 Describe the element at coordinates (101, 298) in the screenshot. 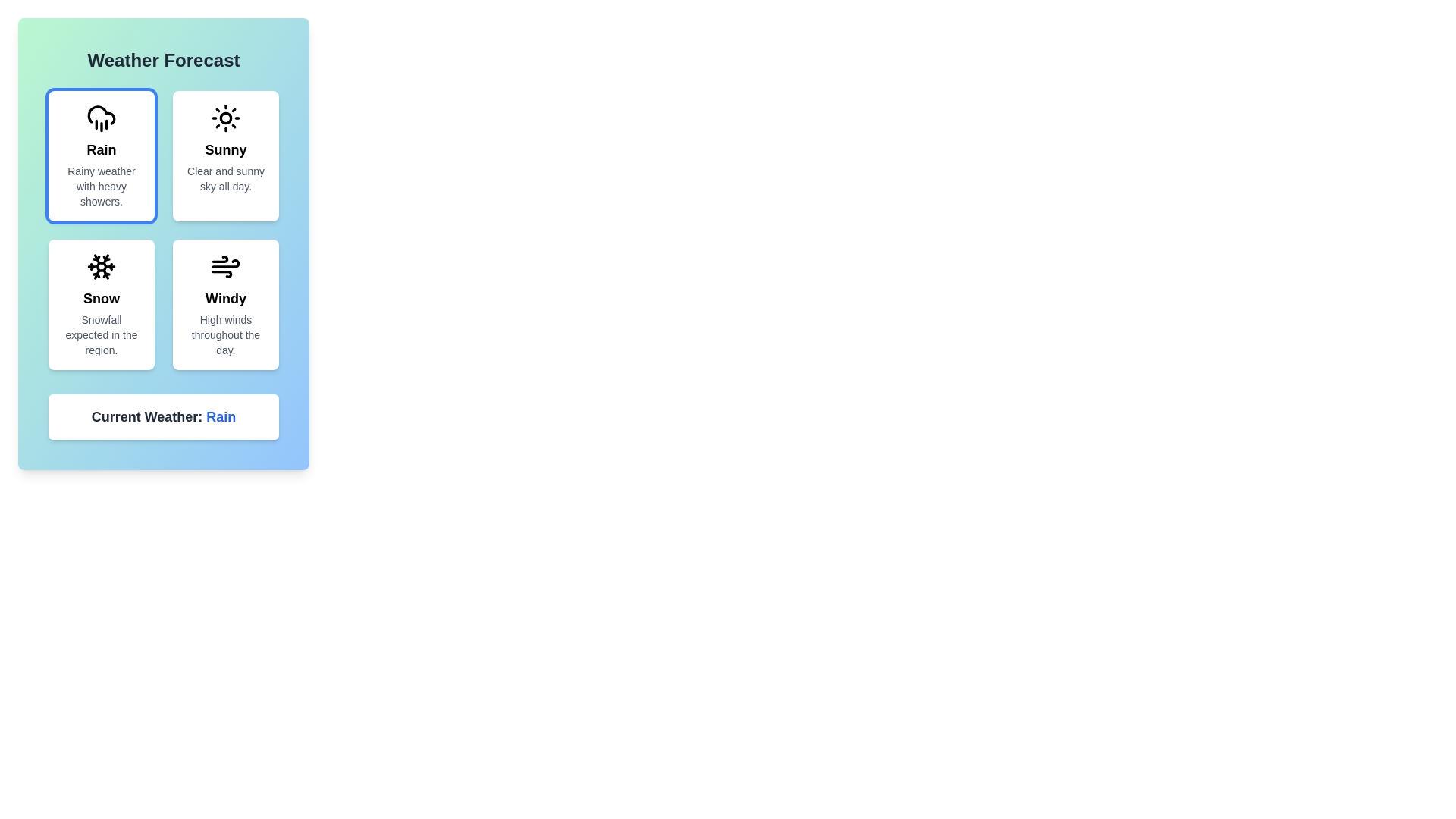

I see `the text label styled in bold font that contains the word 'Snow', located in the lower left quadrant of the 'Weather Forecast' card grid` at that location.